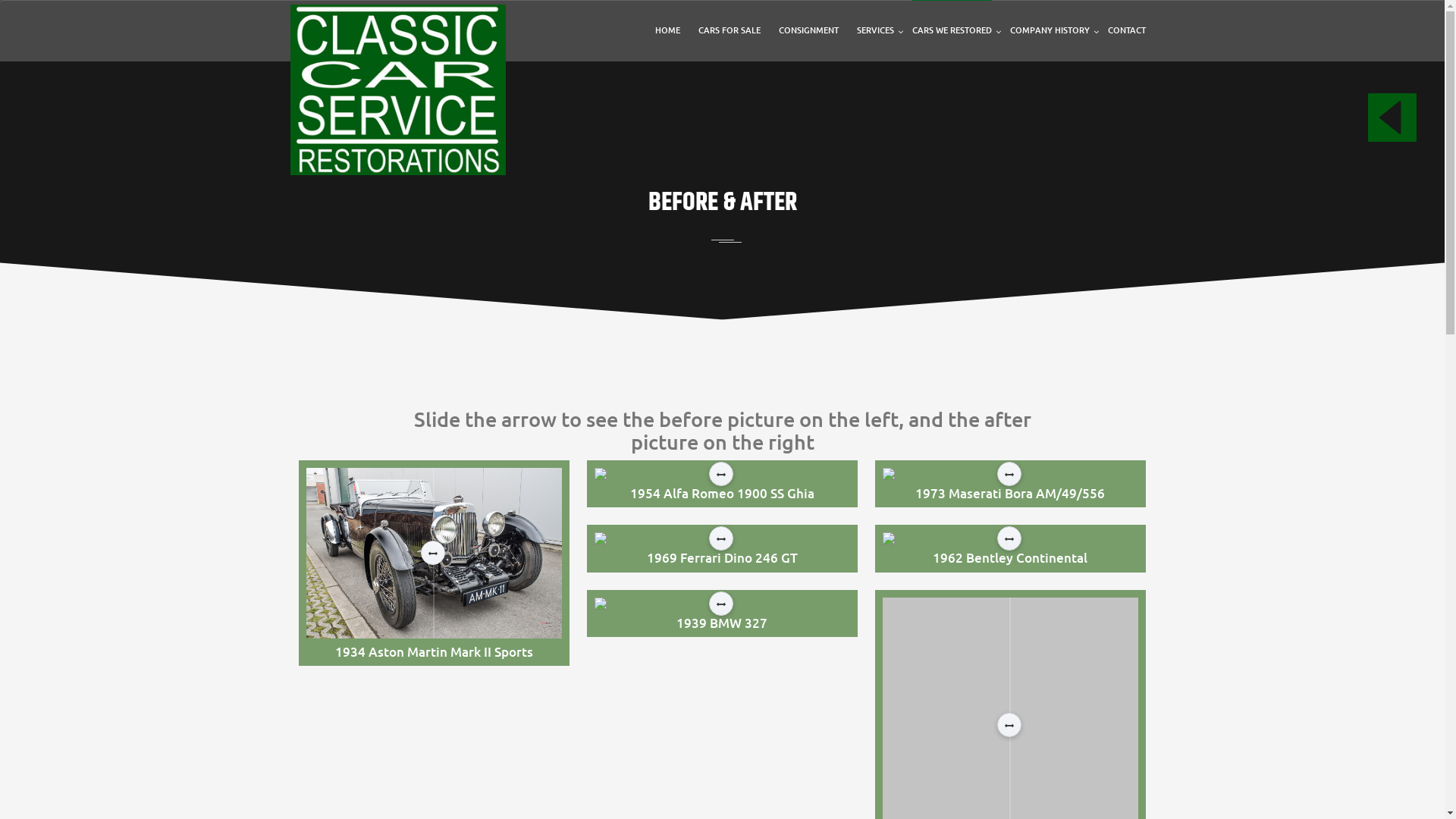 This screenshot has width=1456, height=819. I want to click on 'CONTACT', so click(1125, 30).